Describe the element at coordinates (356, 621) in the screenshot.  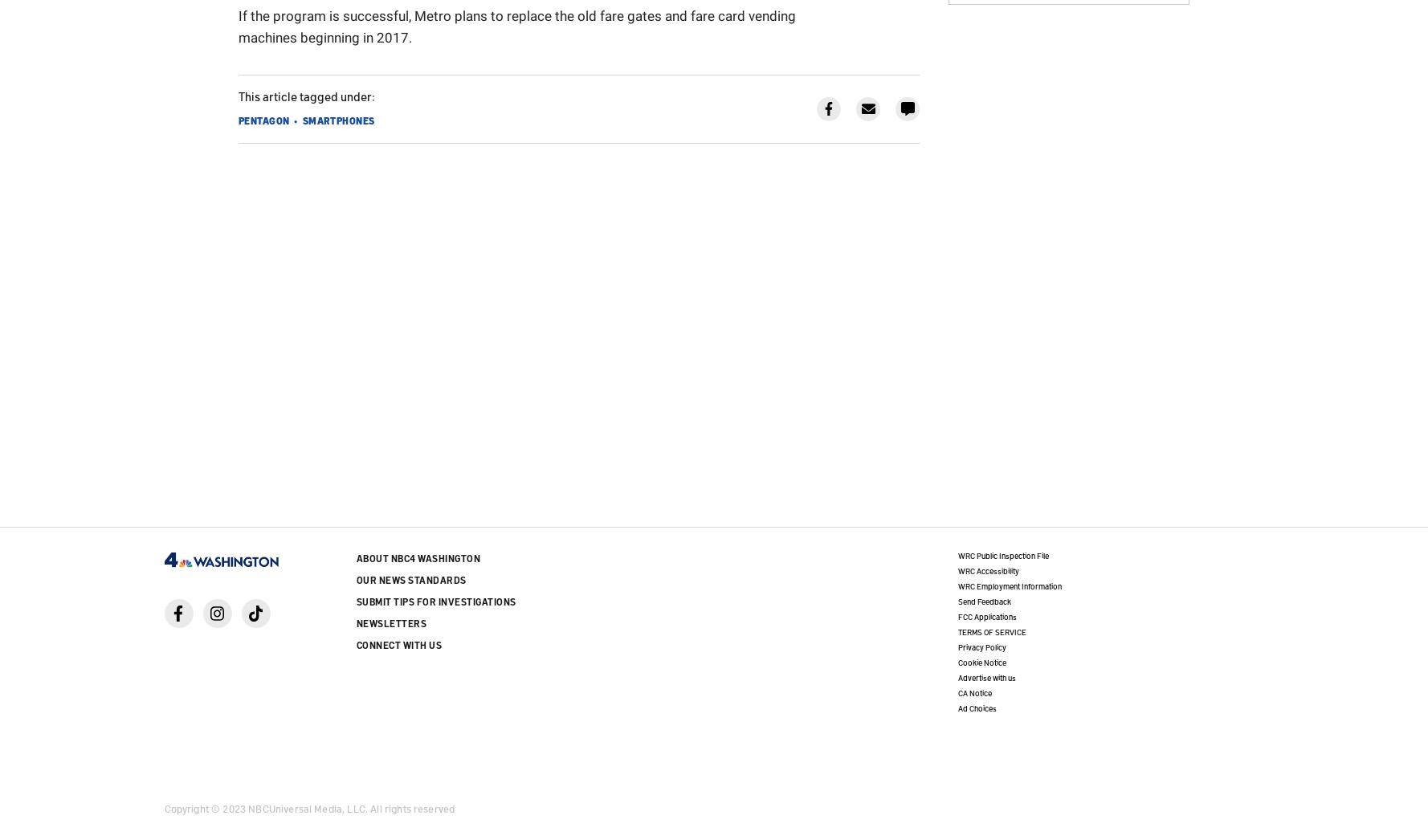
I see `'Newsletters'` at that location.